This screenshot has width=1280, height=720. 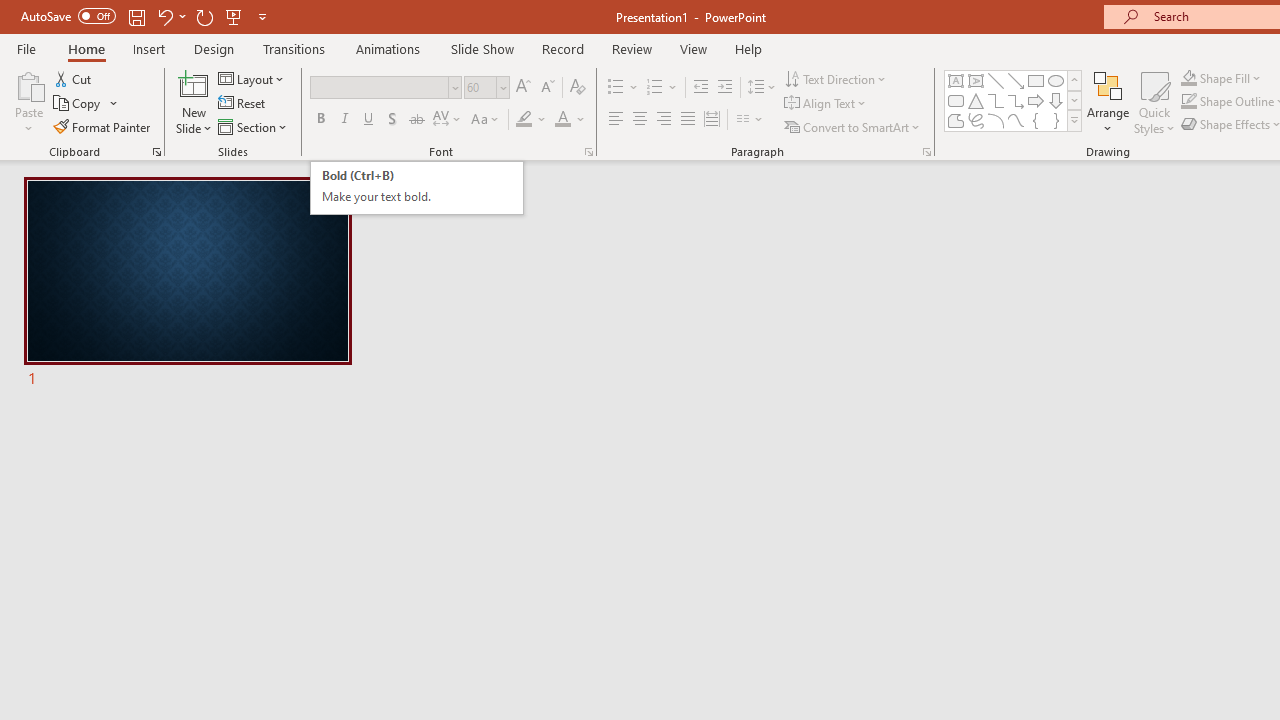 What do you see at coordinates (1189, 77) in the screenshot?
I see `'Shape Fill Orange, Accent 2'` at bounding box center [1189, 77].